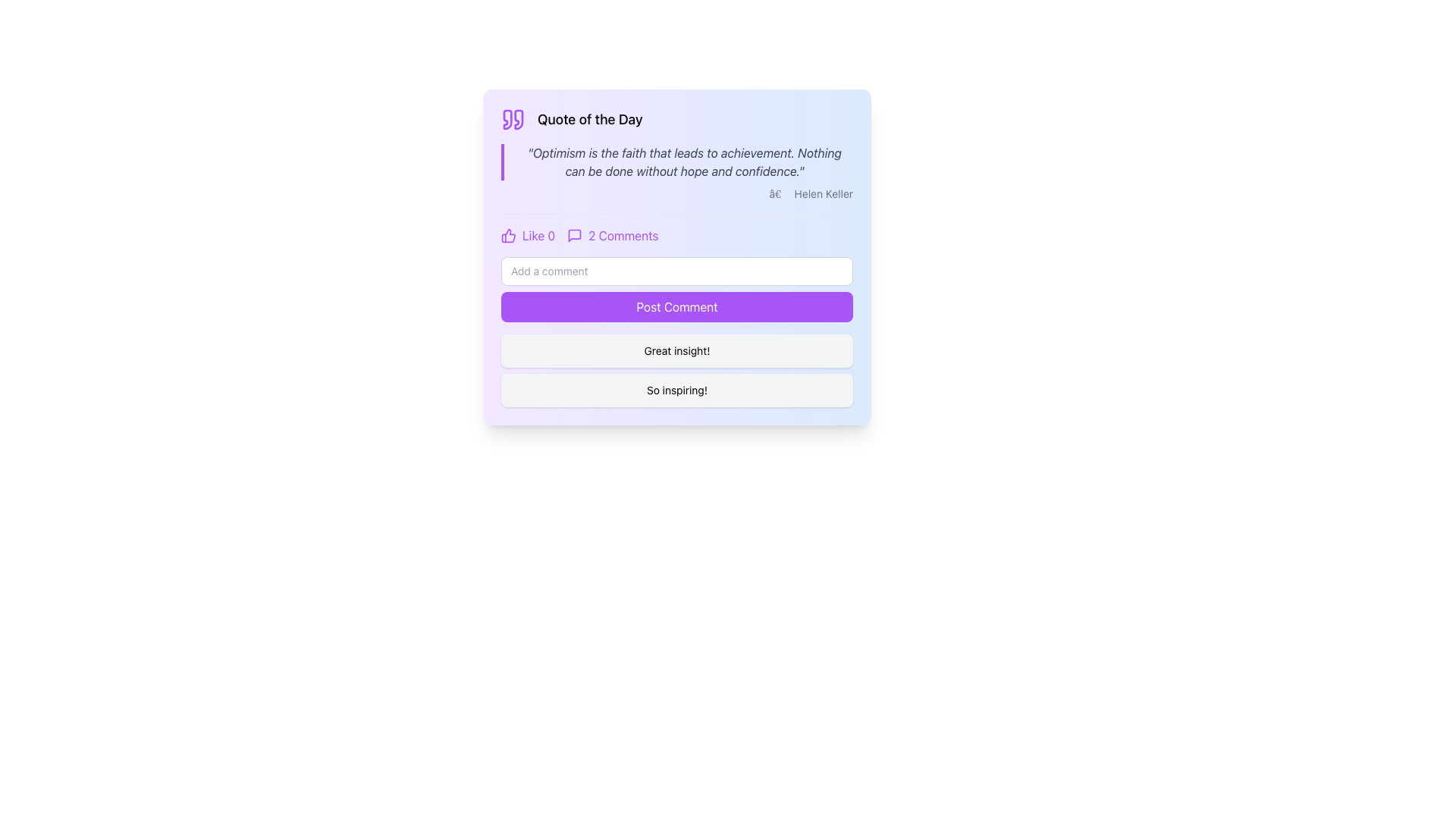 This screenshot has width=1456, height=819. I want to click on the purple thumbs-up icon located to the left of the 'Like' text below the quote, so click(508, 236).